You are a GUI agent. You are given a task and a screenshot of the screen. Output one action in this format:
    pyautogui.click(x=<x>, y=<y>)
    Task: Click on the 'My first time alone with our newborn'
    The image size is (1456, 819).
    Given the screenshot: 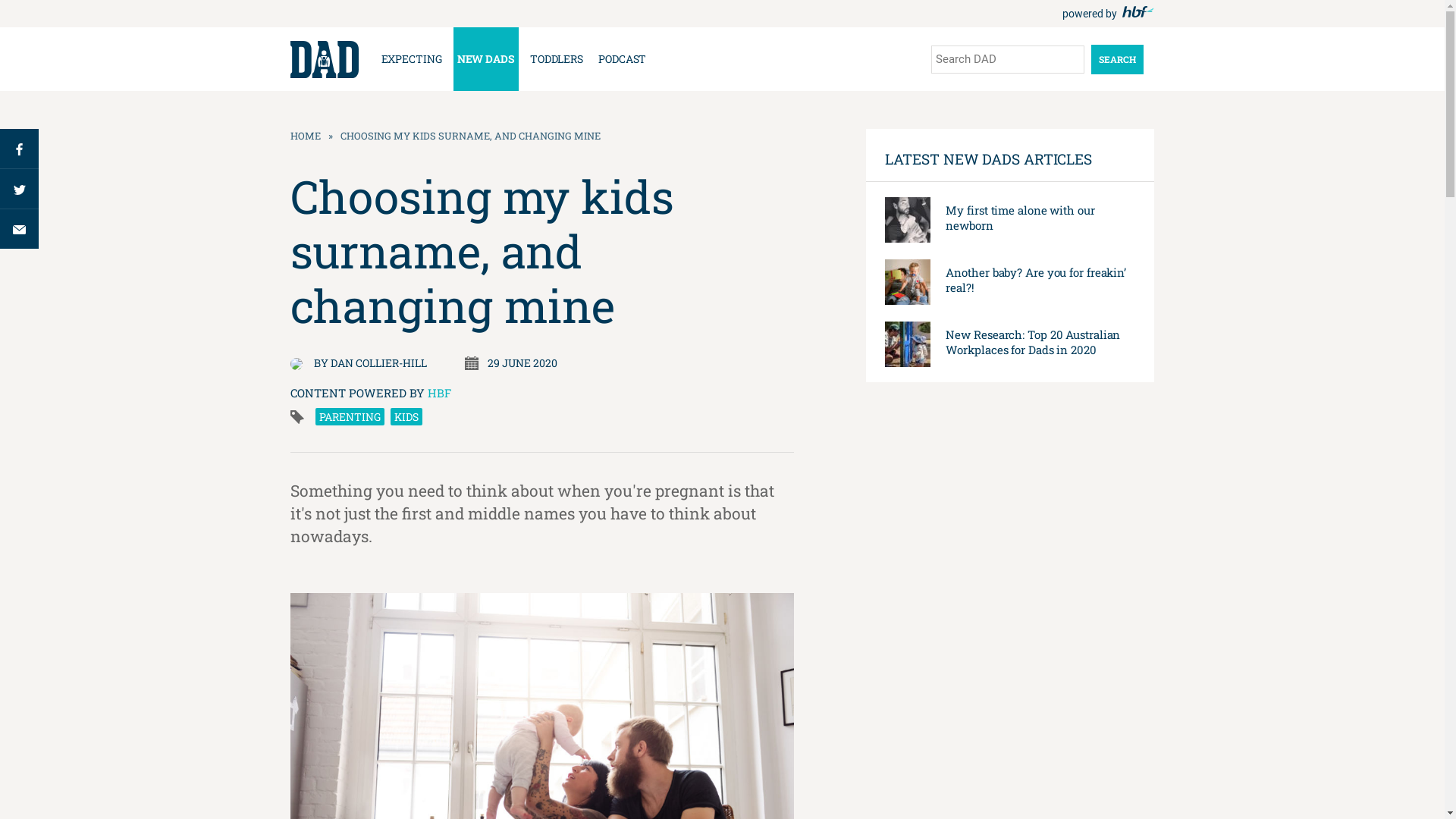 What is the action you would take?
    pyautogui.click(x=1019, y=217)
    